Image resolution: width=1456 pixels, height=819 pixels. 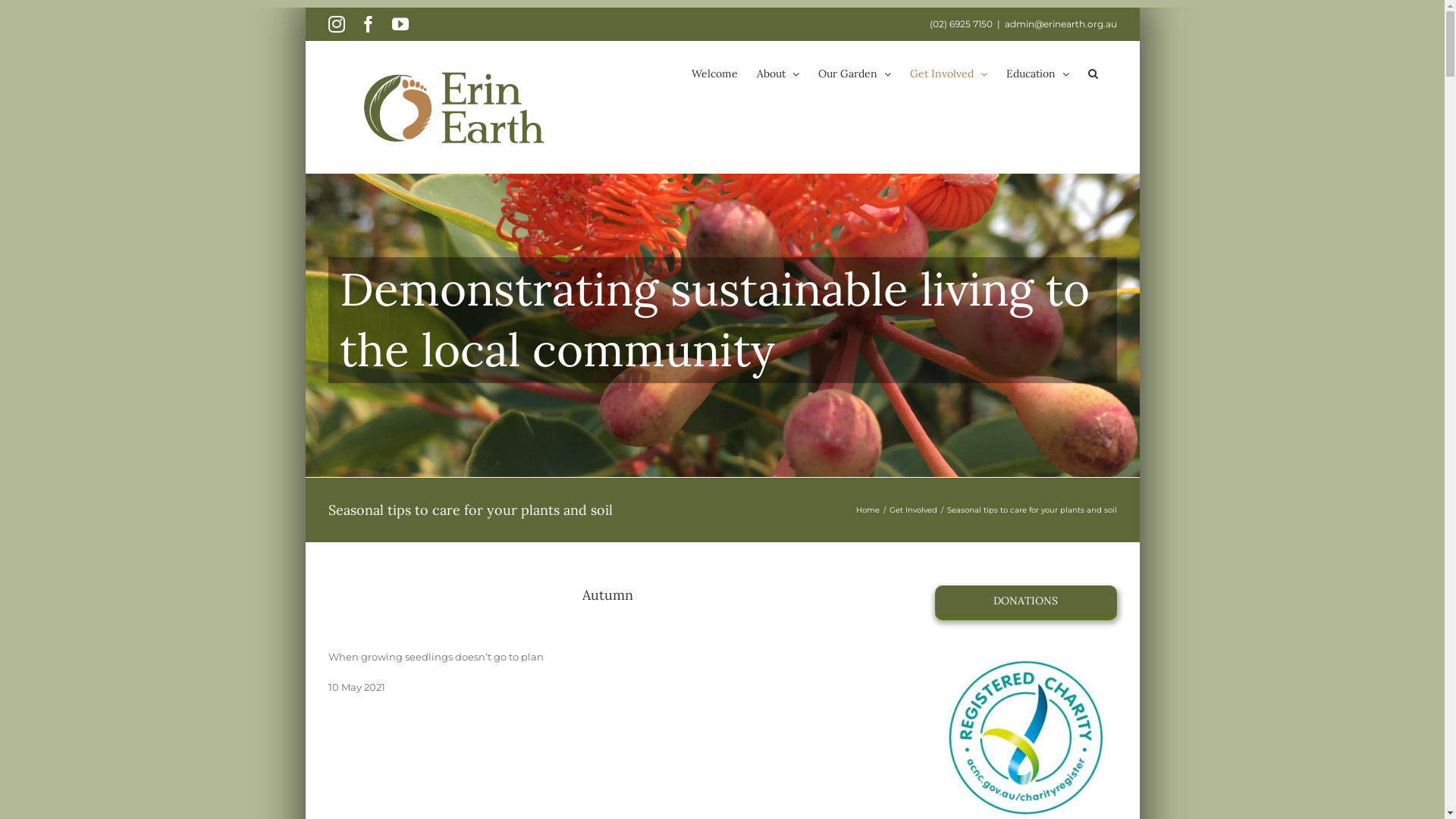 What do you see at coordinates (367, 24) in the screenshot?
I see `'Facebook'` at bounding box center [367, 24].